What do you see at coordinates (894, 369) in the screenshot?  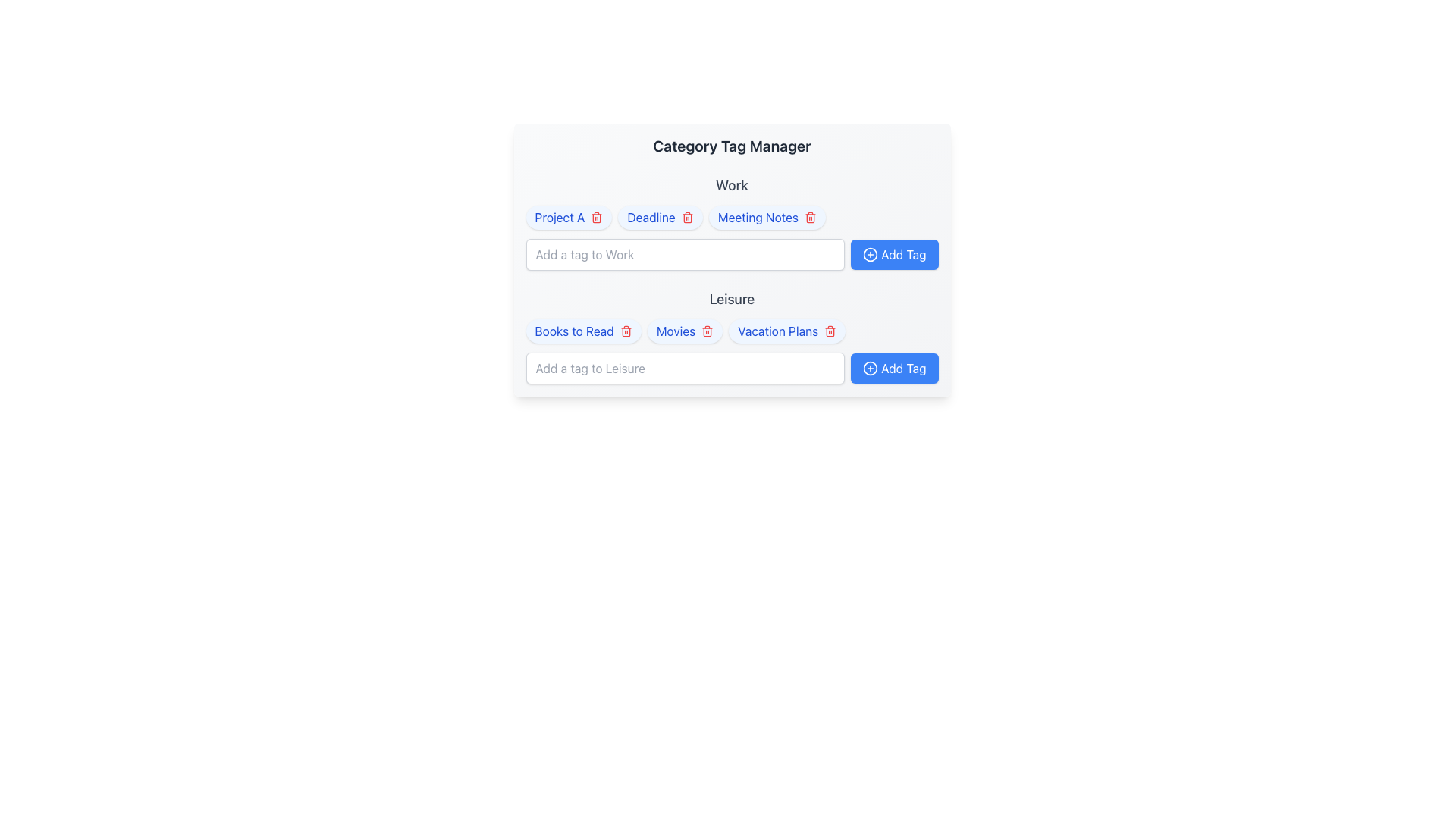 I see `the 'Add Tag' button with a blue background and white text, located at the bottom section of the 'Category Tag Manager' interface, to initiate tag addition` at bounding box center [894, 369].